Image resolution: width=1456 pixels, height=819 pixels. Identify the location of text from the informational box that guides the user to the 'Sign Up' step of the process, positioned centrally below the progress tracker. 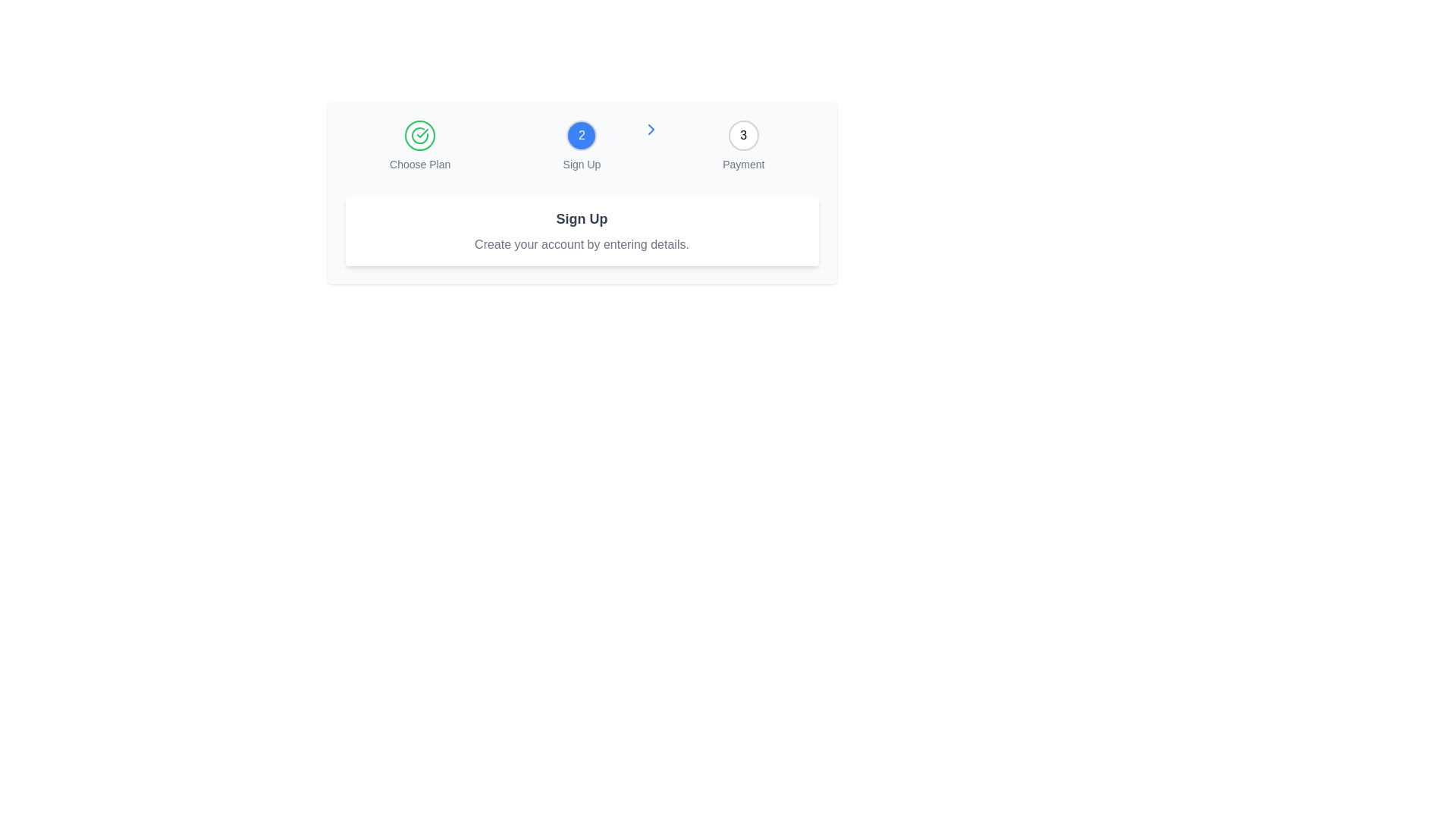
(581, 231).